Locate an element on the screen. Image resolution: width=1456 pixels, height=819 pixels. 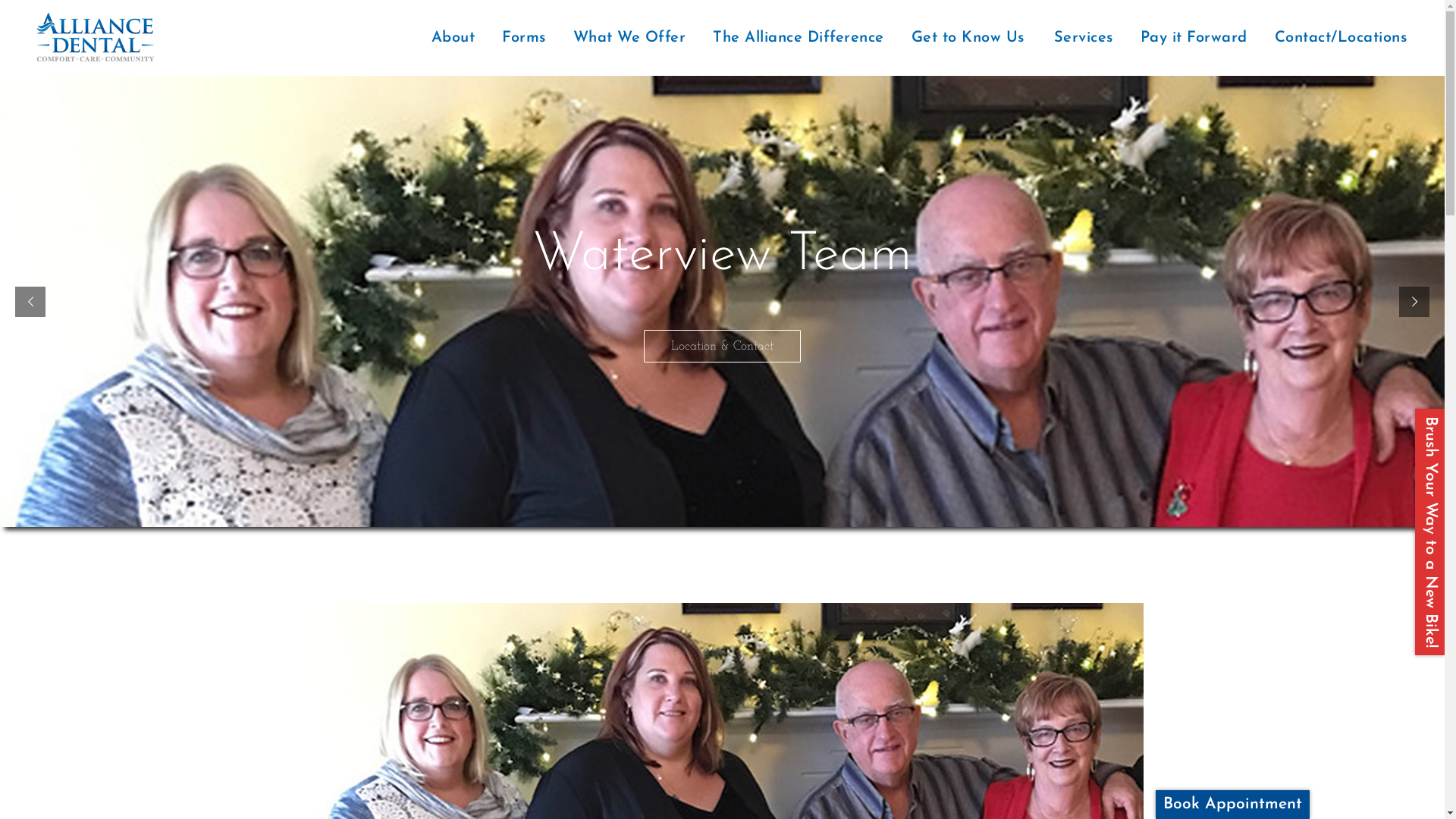
'The Alliance Difference' is located at coordinates (797, 37).